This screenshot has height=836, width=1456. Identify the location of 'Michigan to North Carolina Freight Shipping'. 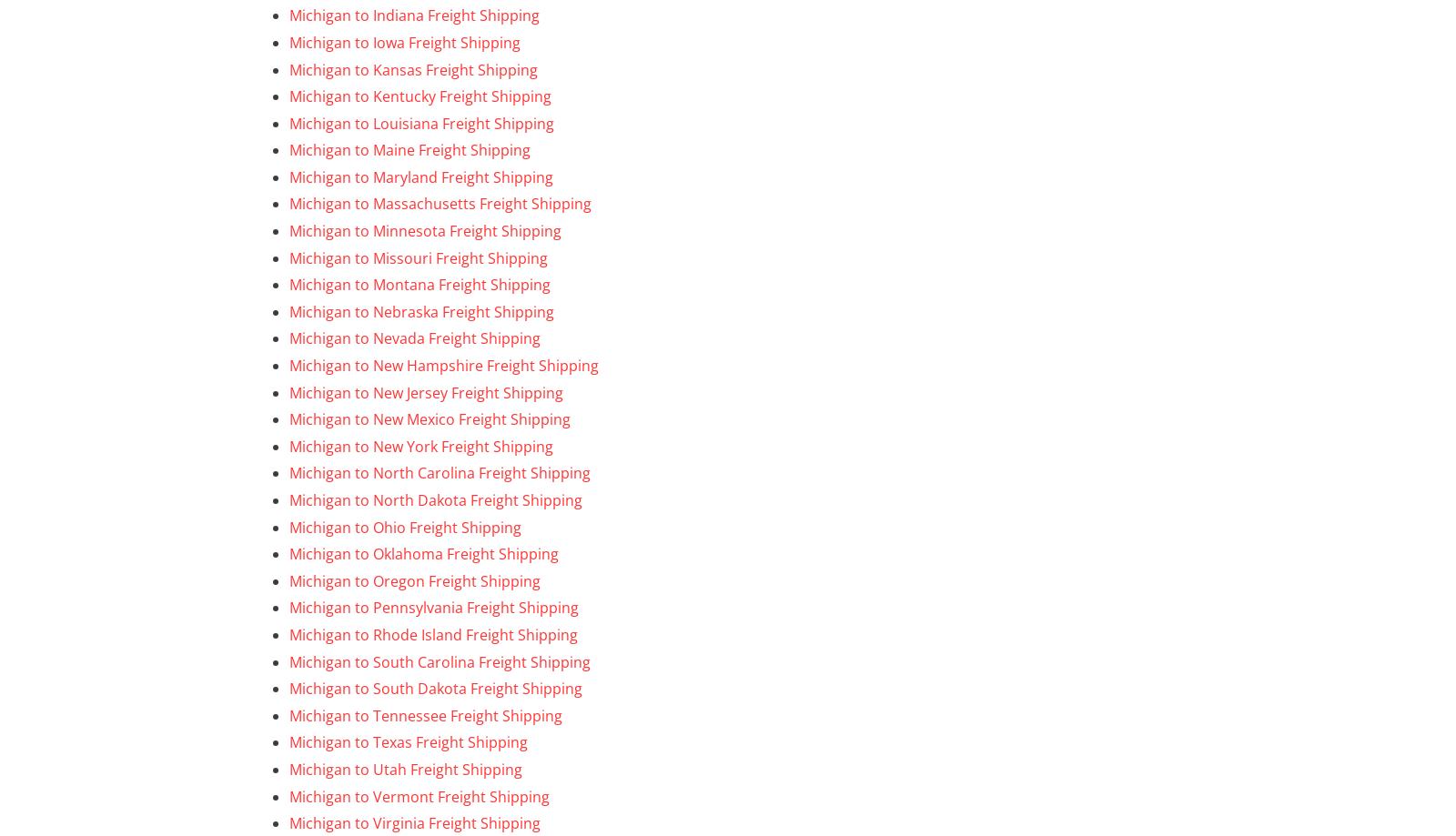
(439, 471).